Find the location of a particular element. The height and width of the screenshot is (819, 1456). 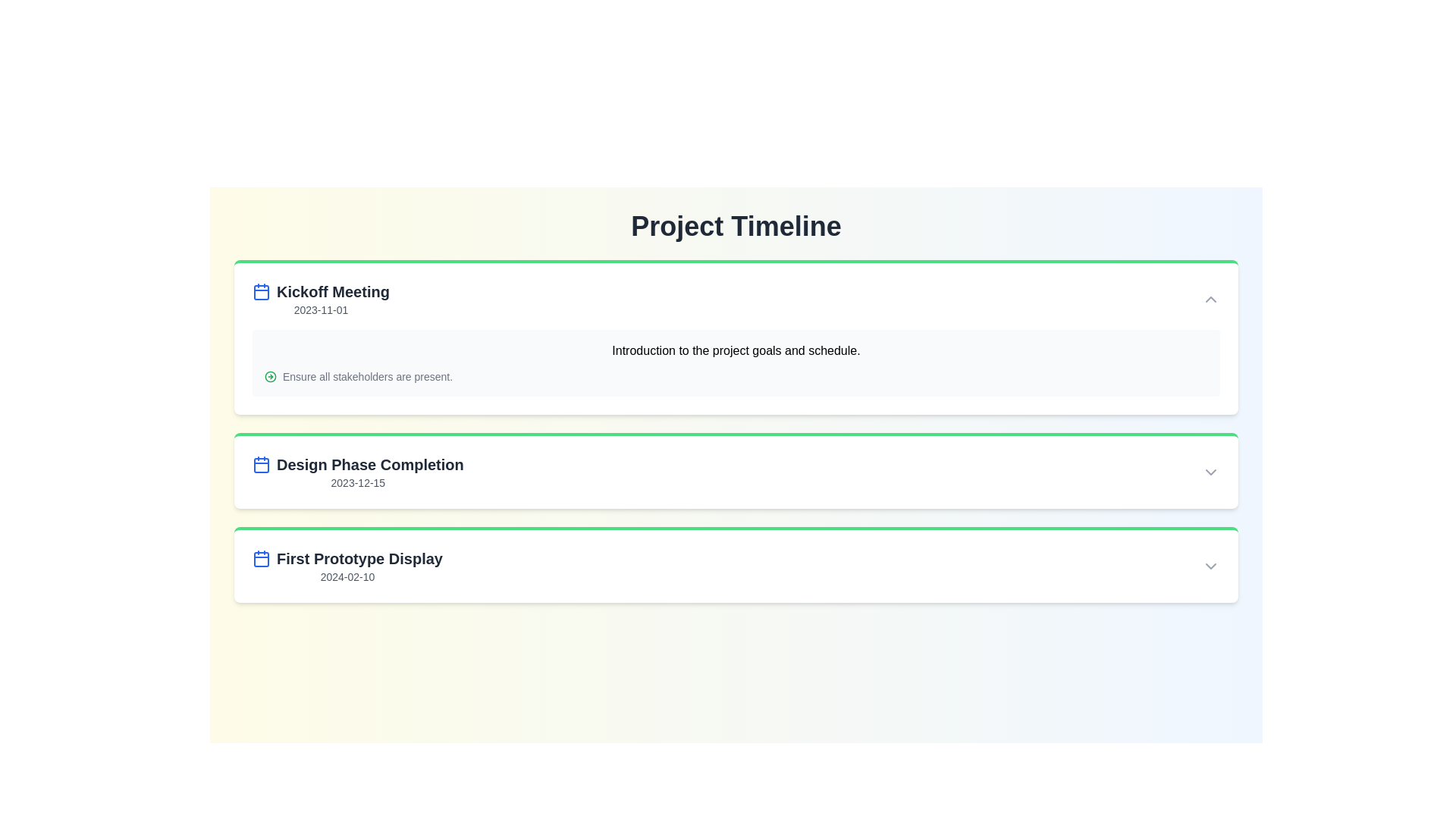

the prominently styled header text displaying 'Project Timeline', which is centrally aligned and located at the top of the page is located at coordinates (736, 227).